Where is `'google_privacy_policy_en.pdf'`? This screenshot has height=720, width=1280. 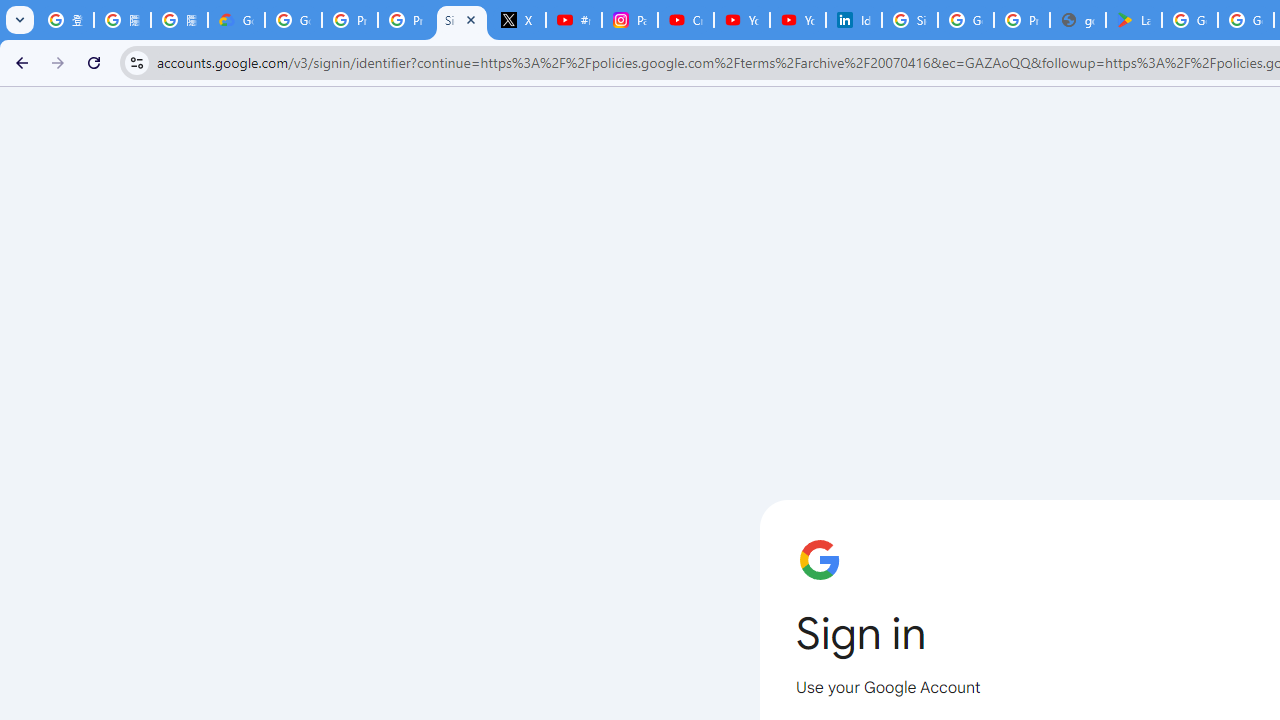 'google_privacy_policy_en.pdf' is located at coordinates (1076, 20).